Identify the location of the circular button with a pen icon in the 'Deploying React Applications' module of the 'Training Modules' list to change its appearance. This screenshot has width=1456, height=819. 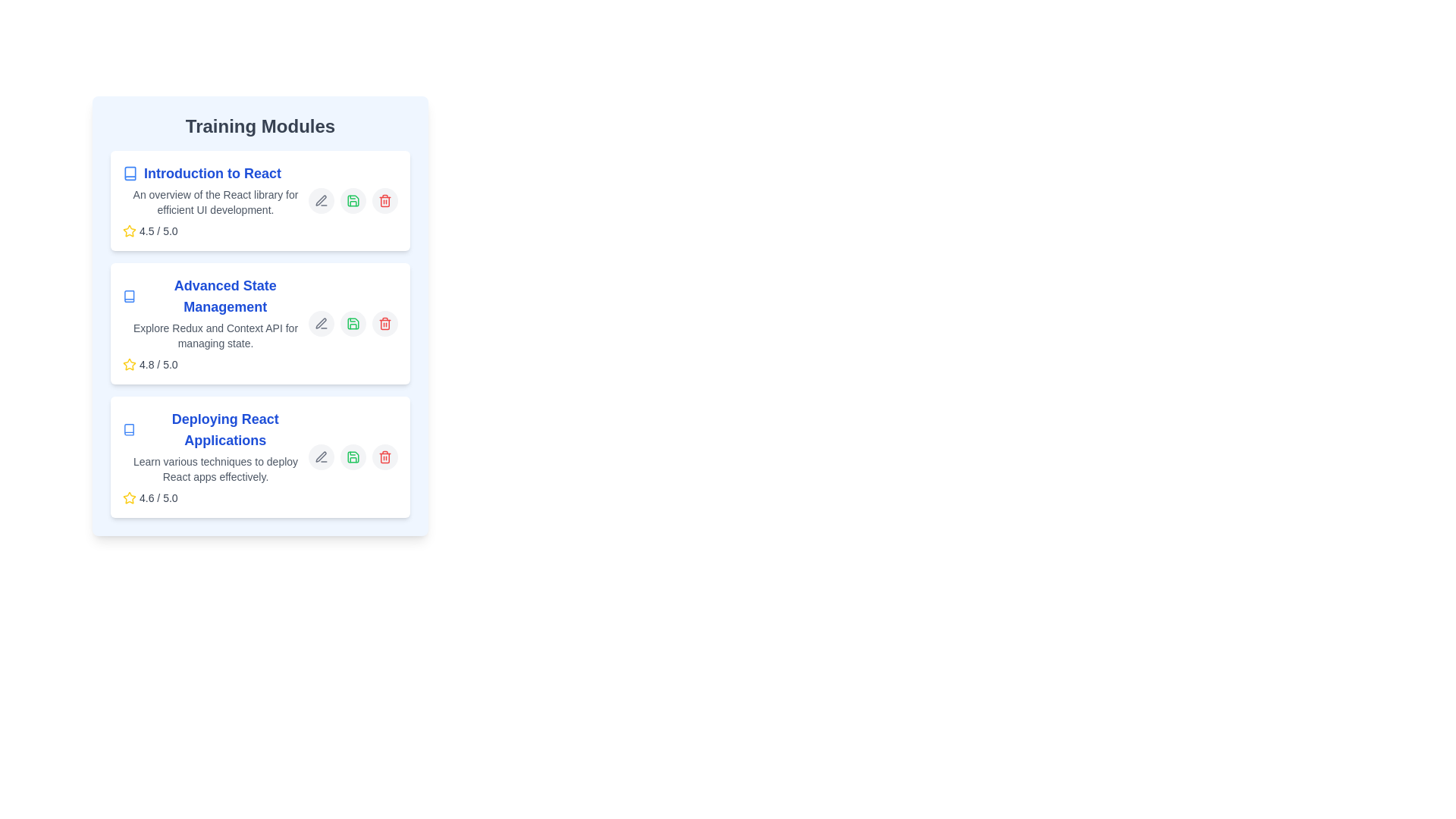
(320, 456).